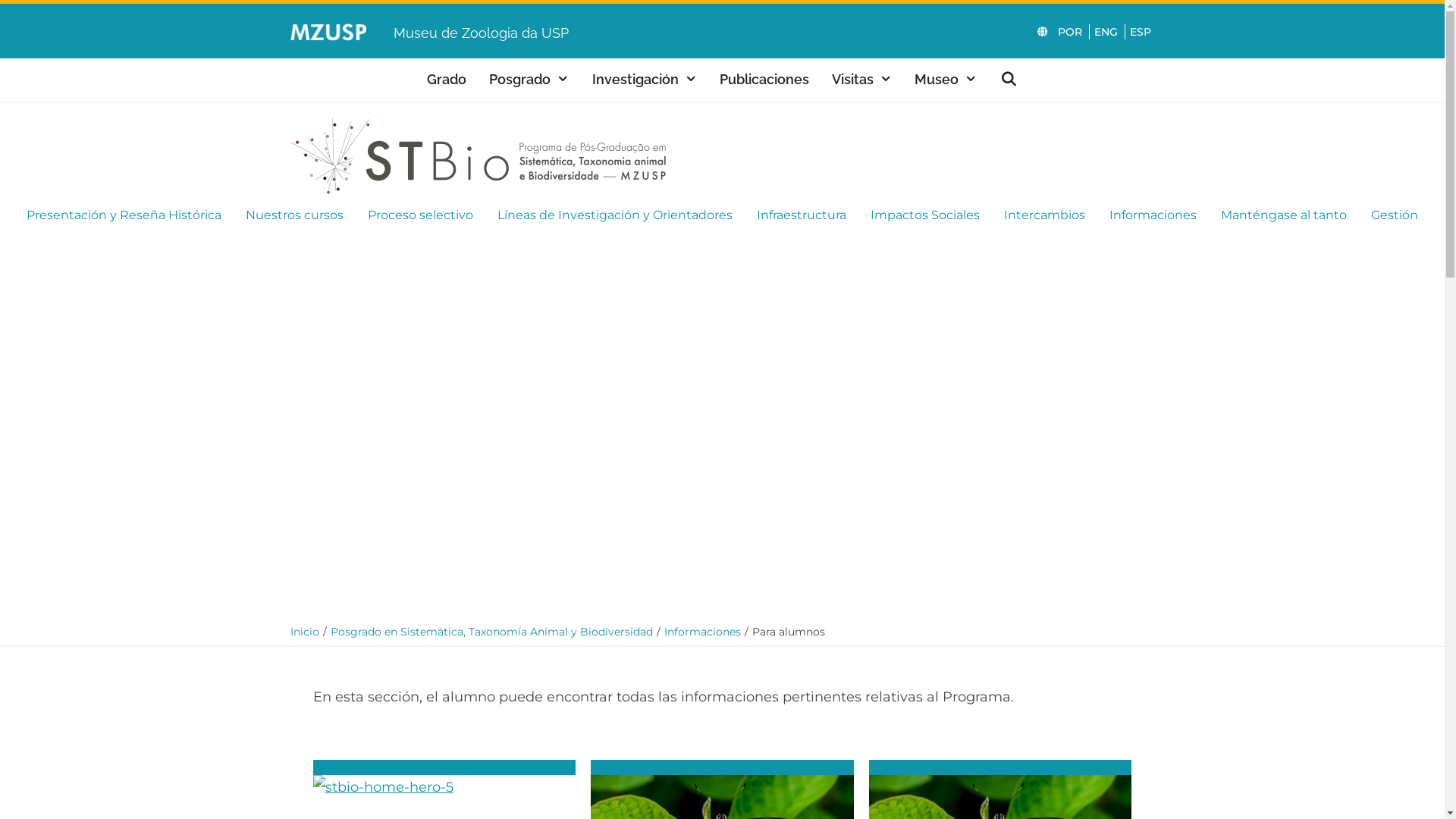 This screenshot has height=819, width=1456. I want to click on 'Visitas', so click(831, 80).